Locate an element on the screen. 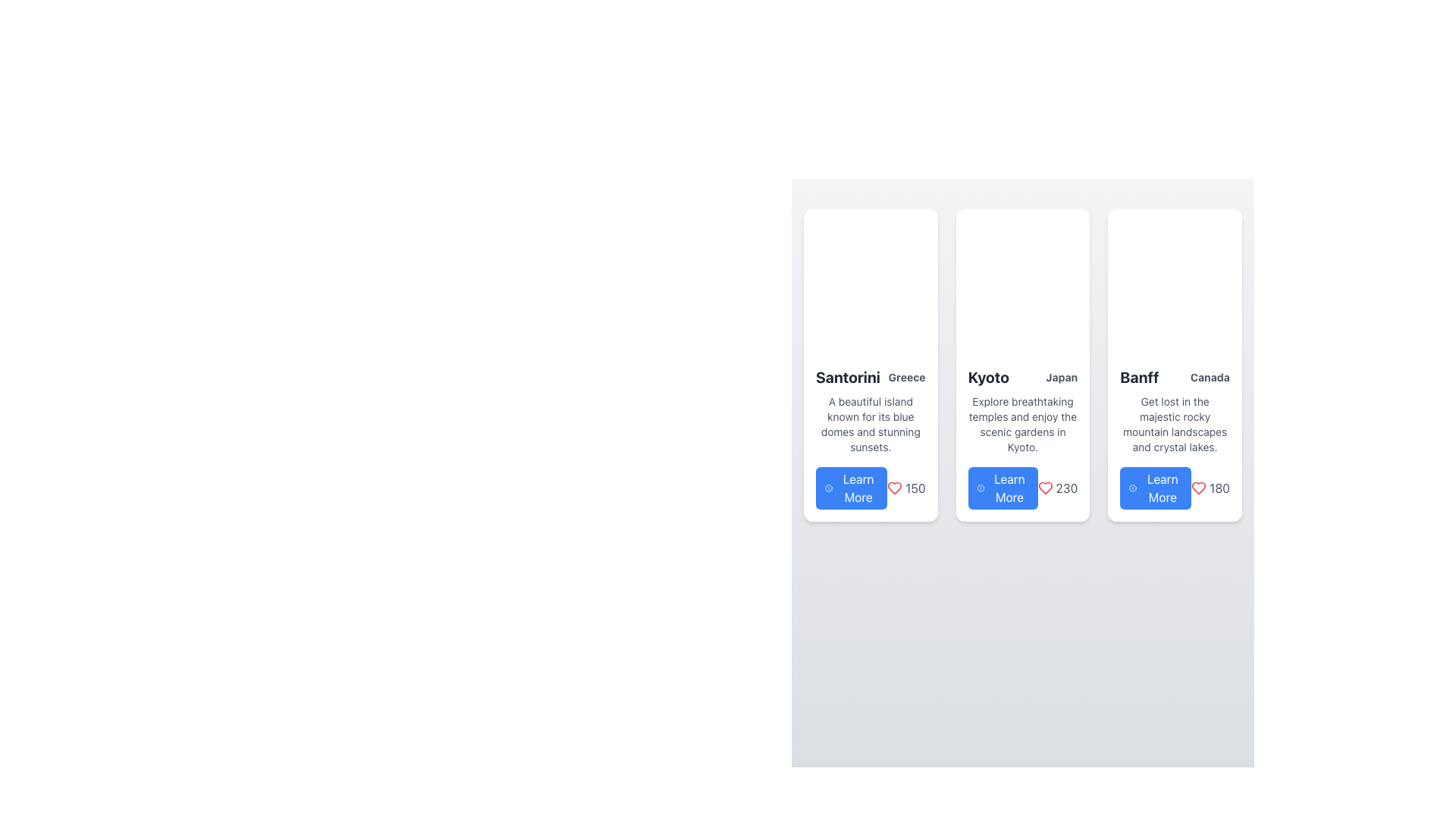  the Text Display element that shows the location name 'Santorini' and its country 'Greece', located at the upper part of the first tile in a grid layout is located at coordinates (871, 376).